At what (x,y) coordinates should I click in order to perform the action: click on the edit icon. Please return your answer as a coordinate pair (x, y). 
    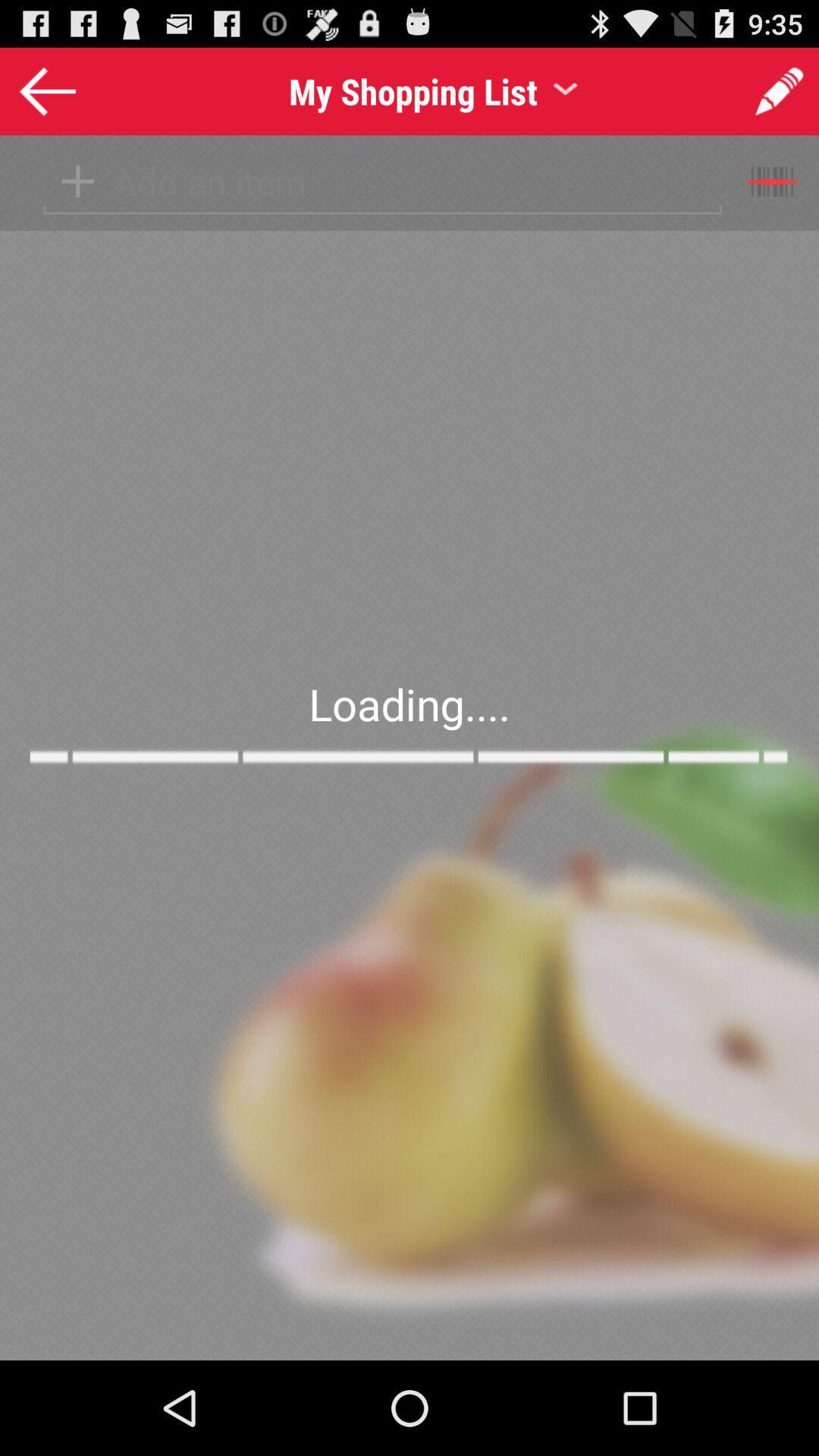
    Looking at the image, I should click on (761, 95).